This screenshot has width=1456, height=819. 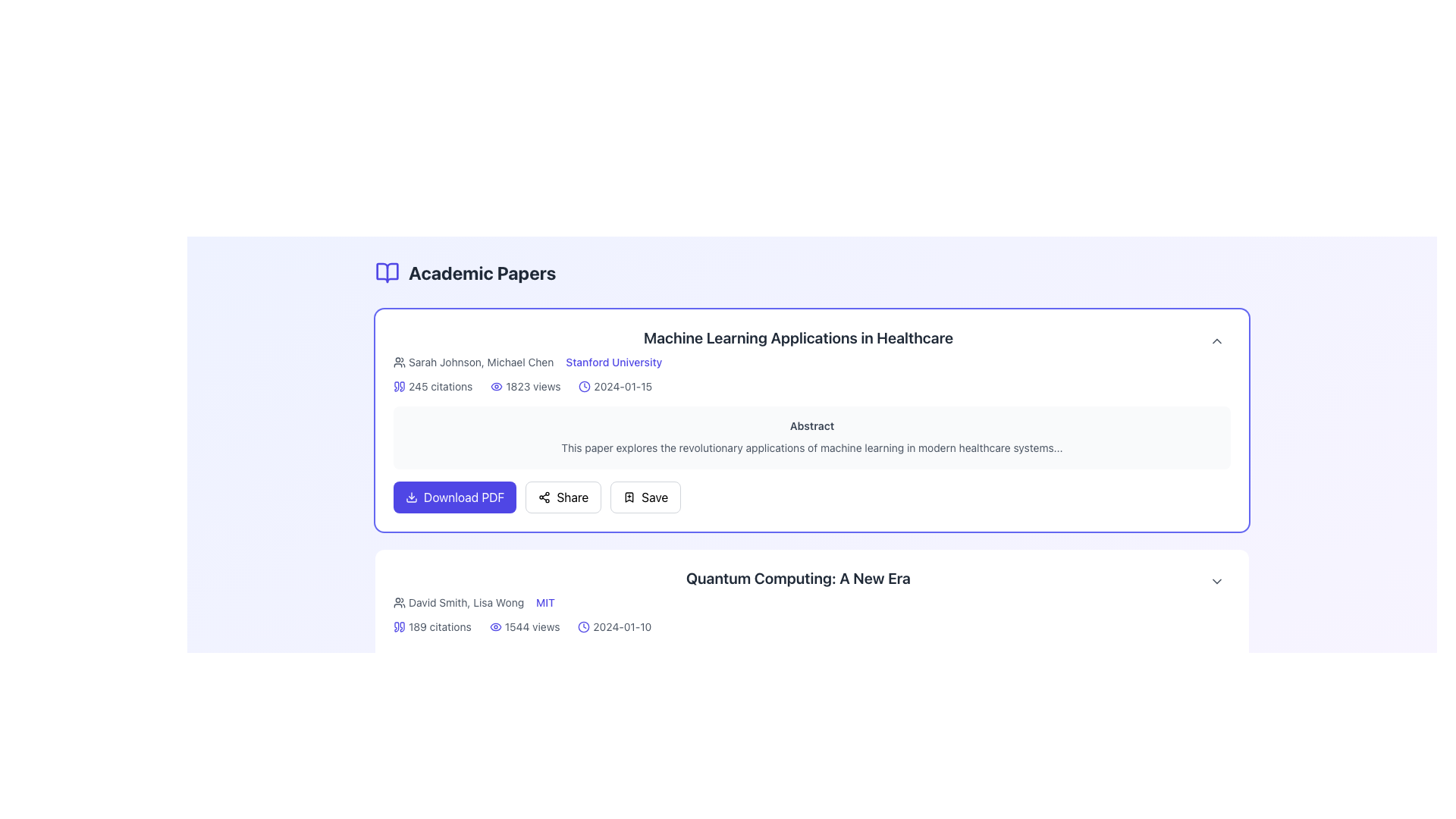 What do you see at coordinates (397, 626) in the screenshot?
I see `the first quotation mark icon associated with the article 'Quantum Computing: A New Era', located immediately before the text '189 citations'` at bounding box center [397, 626].